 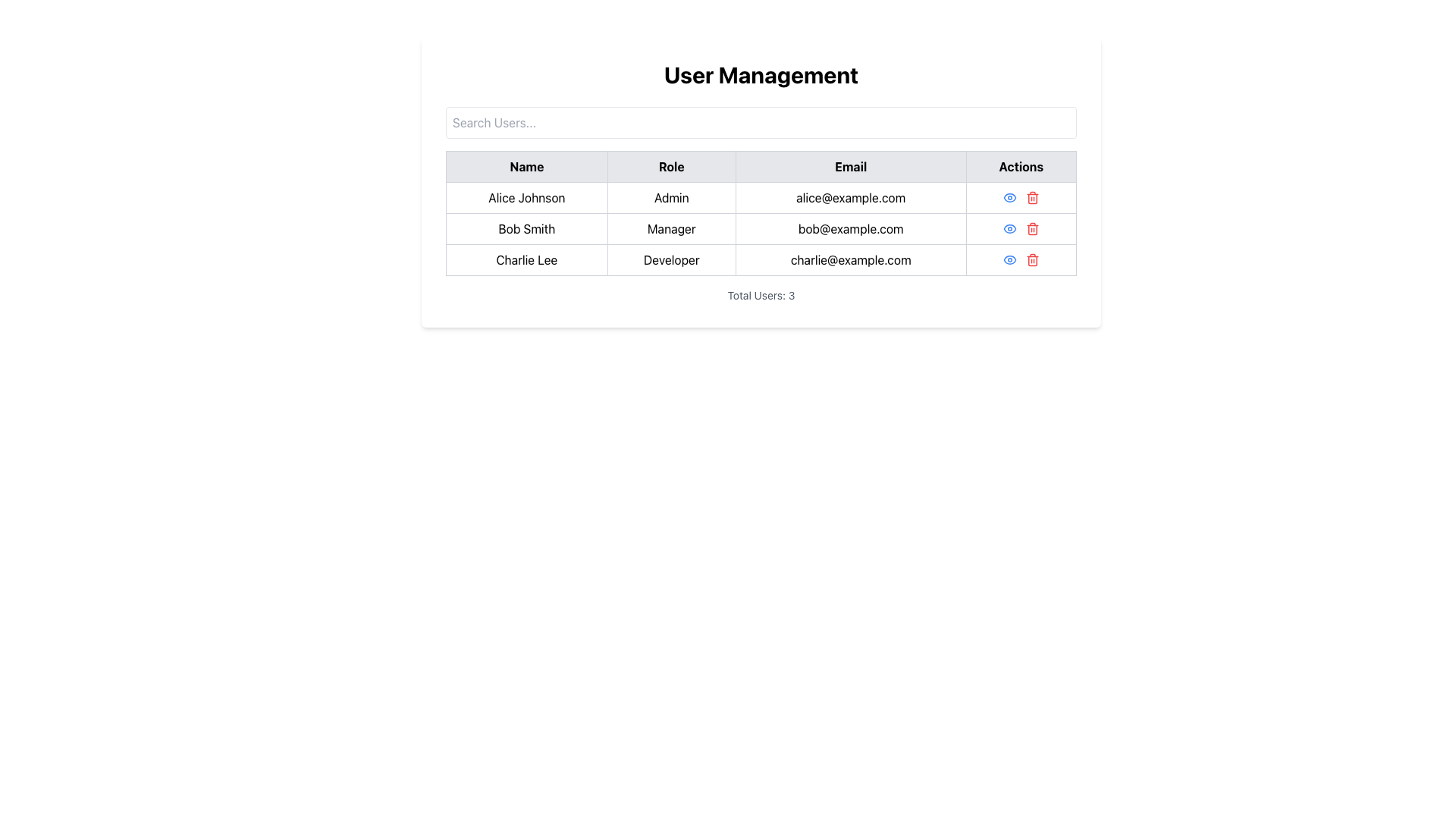 I want to click on the first row of the user table which displays detailed information about a user including their name, role, and email address, so click(x=761, y=197).